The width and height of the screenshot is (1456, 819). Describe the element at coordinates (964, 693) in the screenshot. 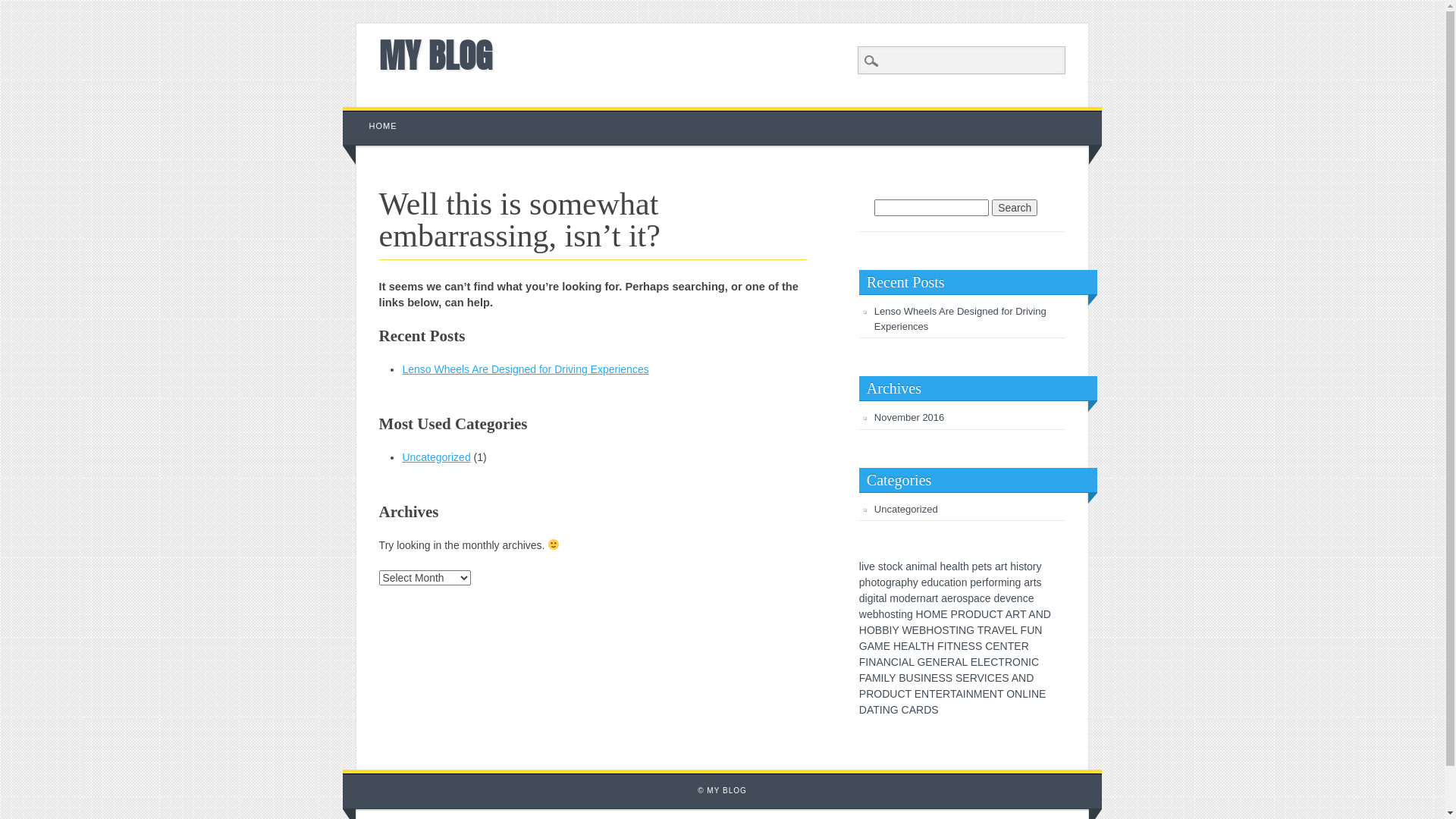

I see `'I'` at that location.